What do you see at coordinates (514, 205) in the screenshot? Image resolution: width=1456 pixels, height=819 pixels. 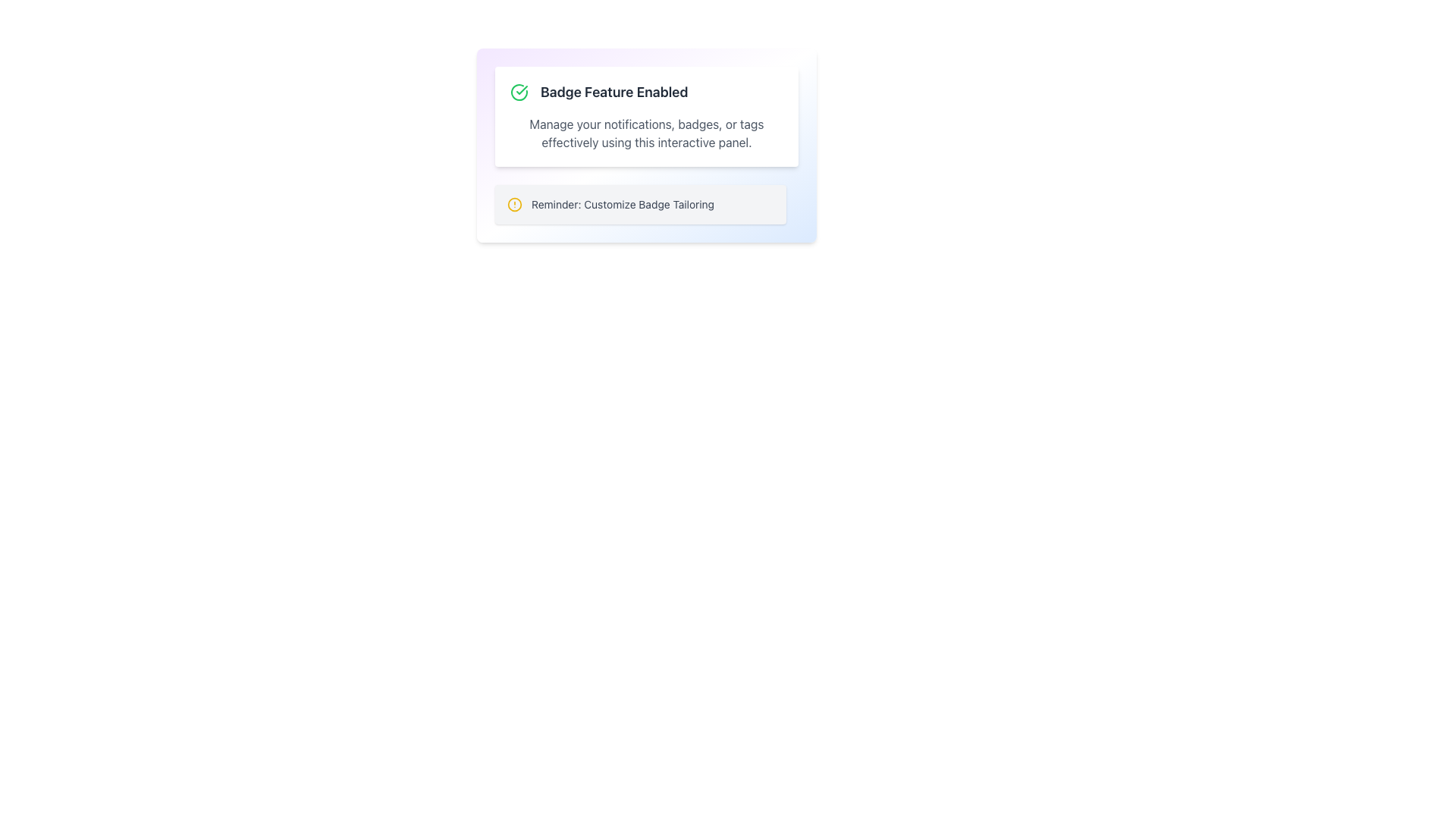 I see `the reminder icon located at the leftmost part of the horizontal group containing the text 'Reminder: Customize Badge Tailoring'` at bounding box center [514, 205].